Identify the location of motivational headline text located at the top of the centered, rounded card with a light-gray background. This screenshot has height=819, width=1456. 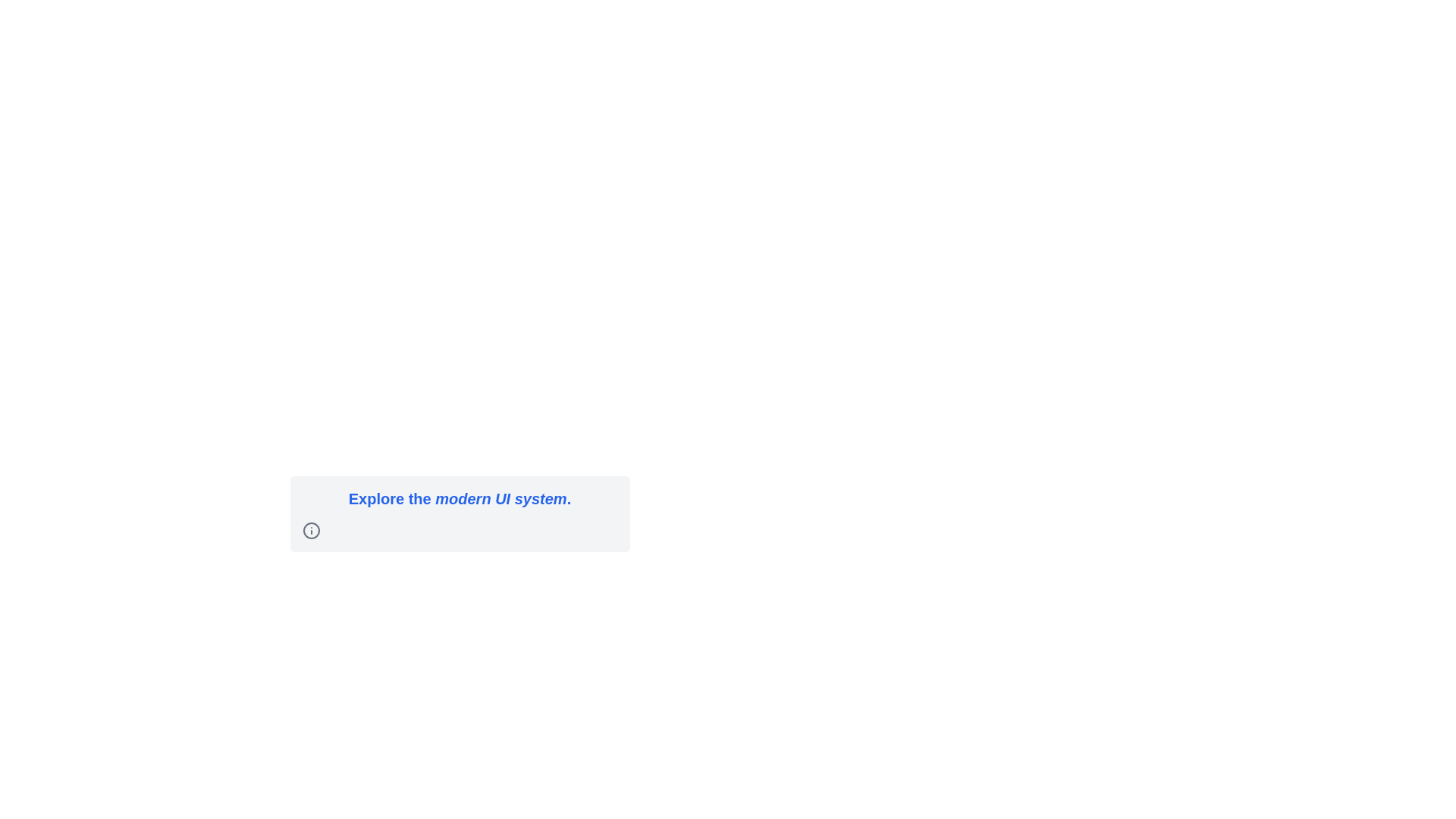
(459, 499).